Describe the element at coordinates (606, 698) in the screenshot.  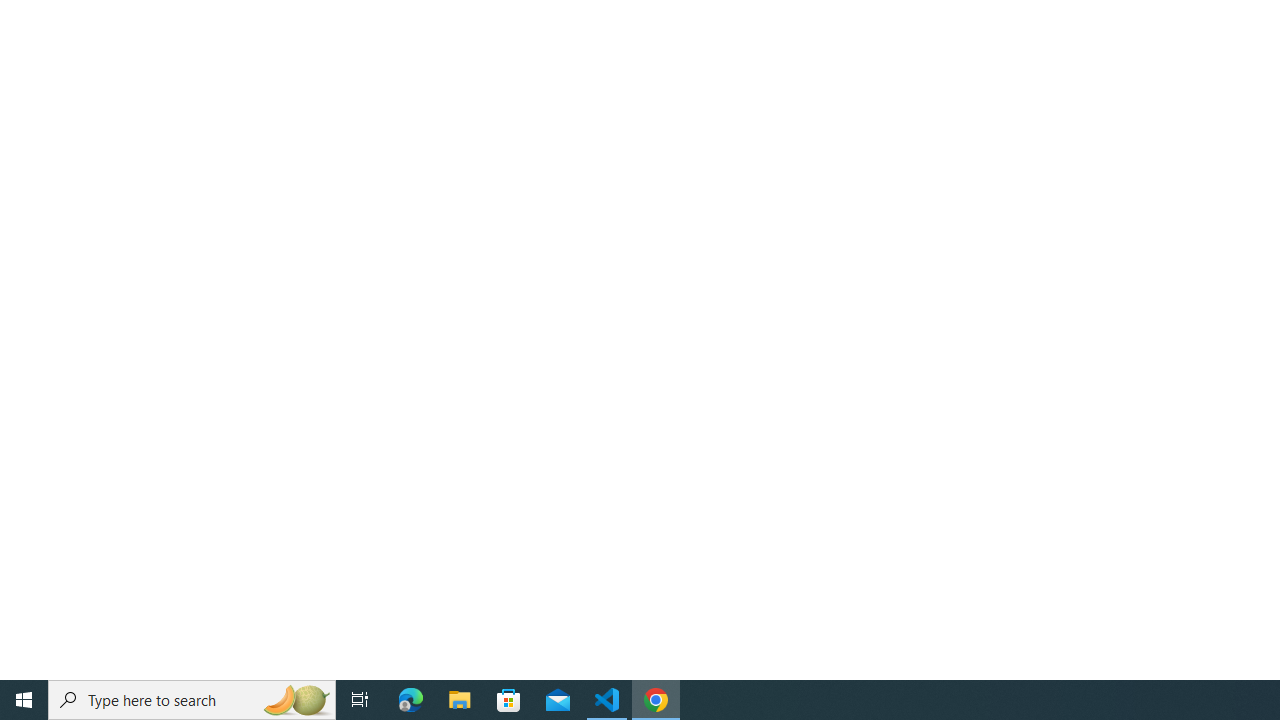
I see `'Visual Studio Code - 1 running window'` at that location.